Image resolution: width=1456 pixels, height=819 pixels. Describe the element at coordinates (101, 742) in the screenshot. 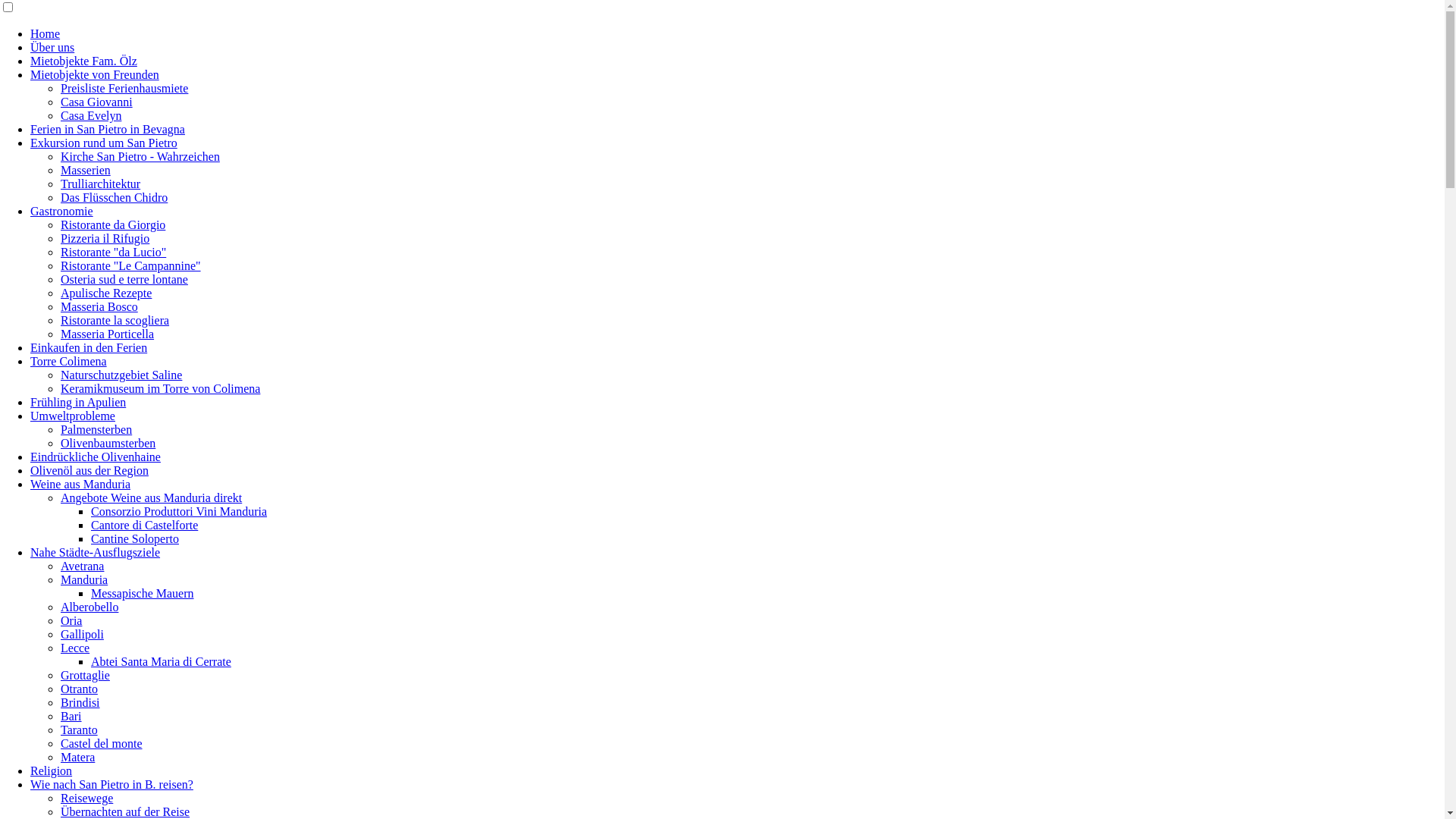

I see `'Castel del monte'` at that location.